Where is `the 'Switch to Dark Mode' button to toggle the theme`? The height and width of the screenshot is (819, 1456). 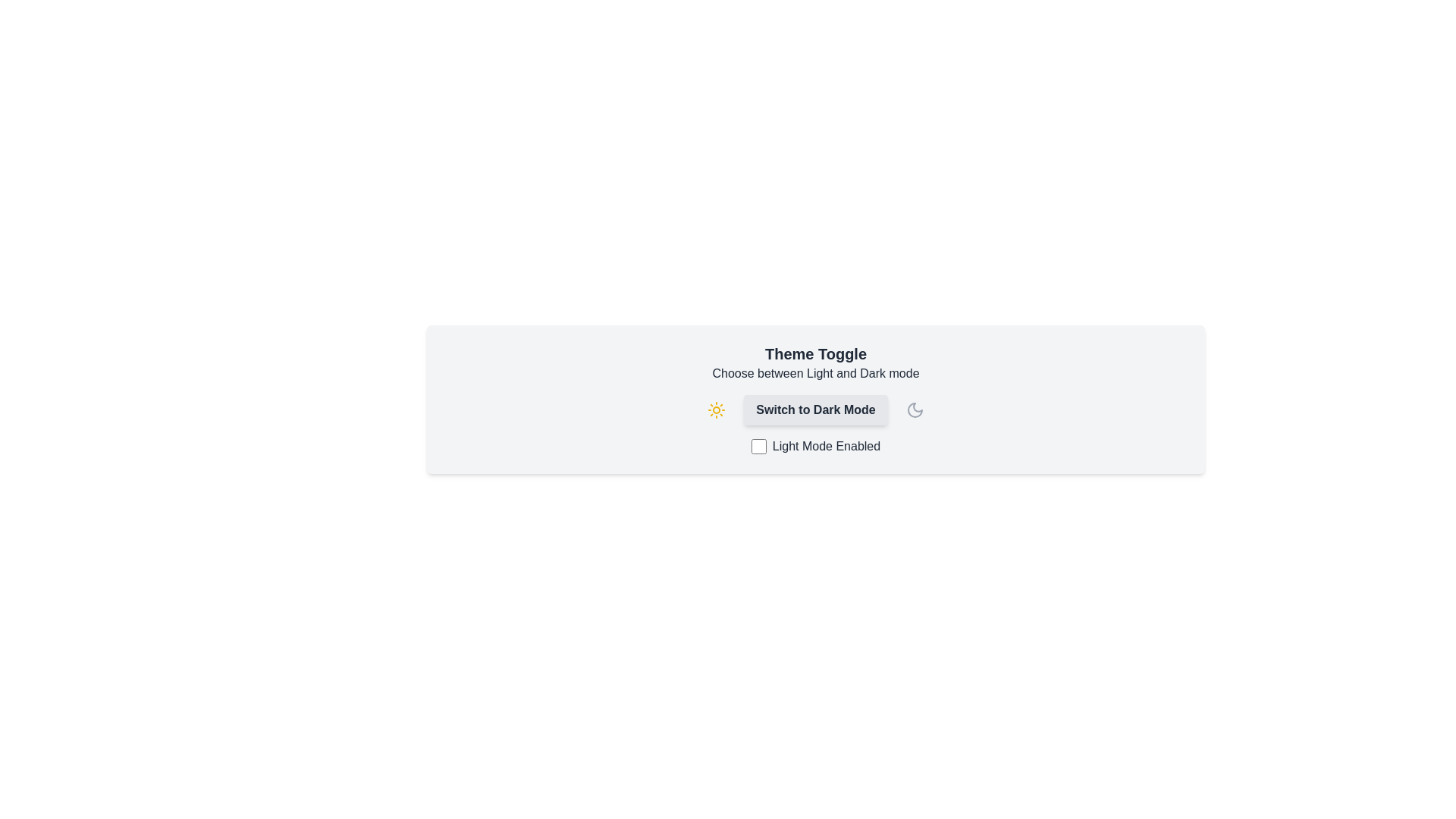
the 'Switch to Dark Mode' button to toggle the theme is located at coordinates (814, 409).